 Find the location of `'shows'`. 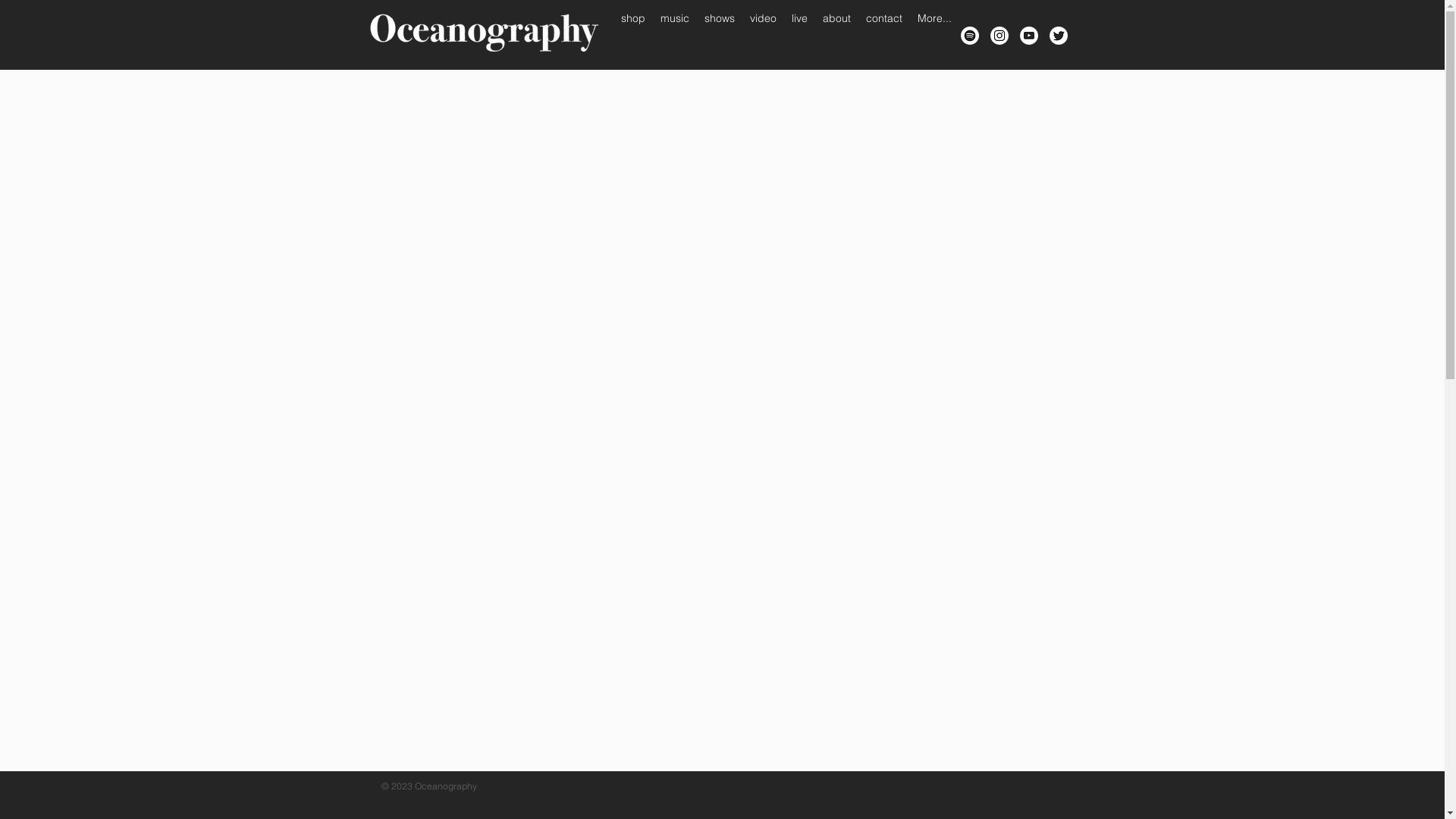

'shows' is located at coordinates (718, 34).